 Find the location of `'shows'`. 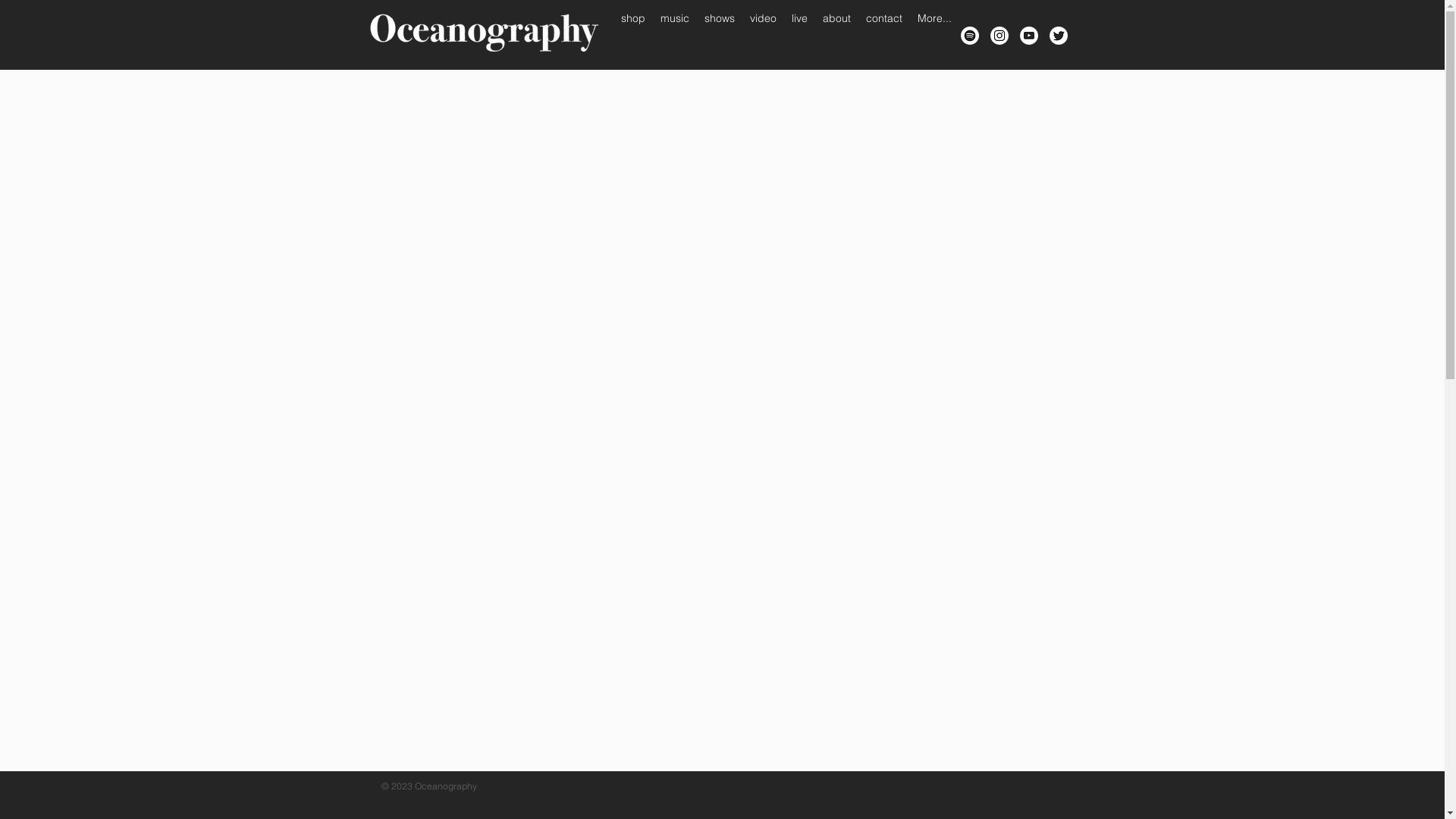

'shows' is located at coordinates (718, 34).